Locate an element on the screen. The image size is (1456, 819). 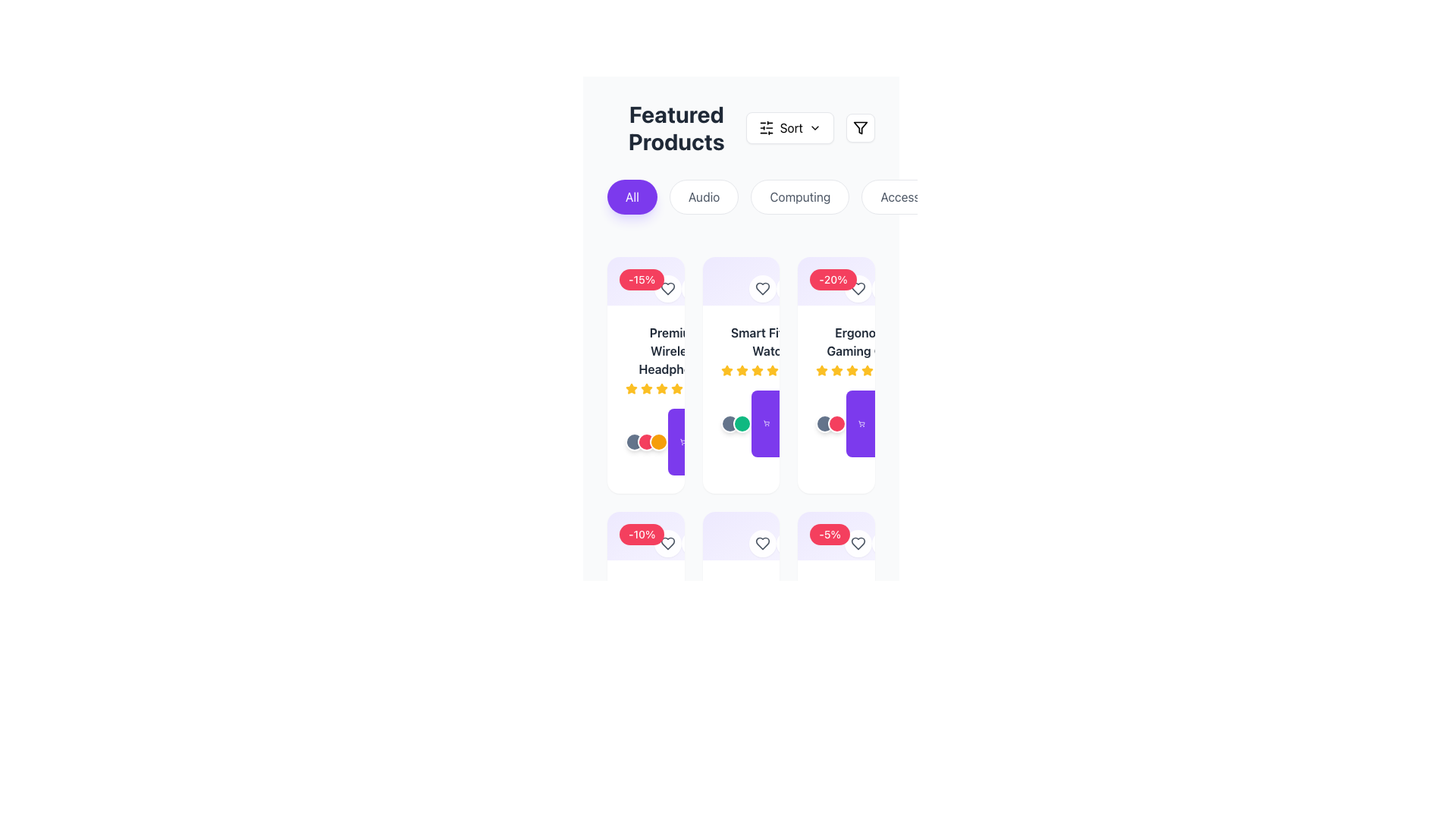
the interactive circular button that acts as a color selector for the amber color option is located at coordinates (658, 441).